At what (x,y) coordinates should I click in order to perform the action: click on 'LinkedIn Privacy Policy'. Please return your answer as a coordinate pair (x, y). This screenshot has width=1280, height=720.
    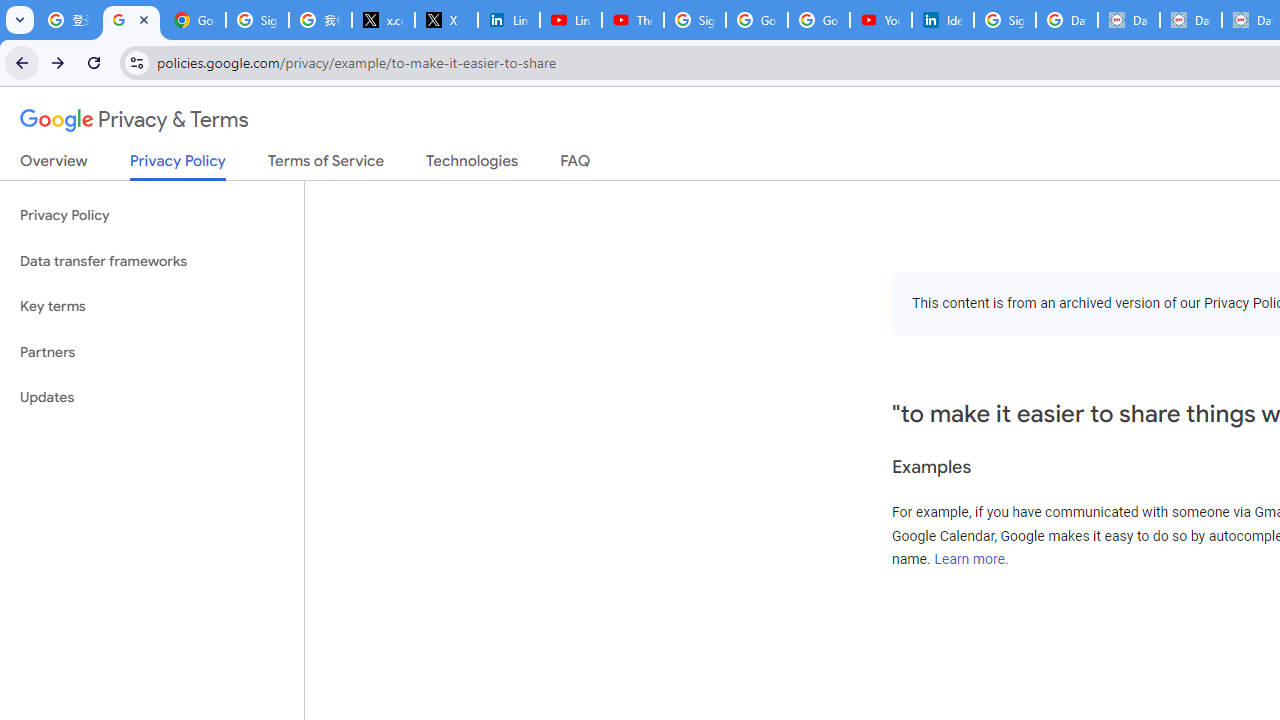
    Looking at the image, I should click on (508, 20).